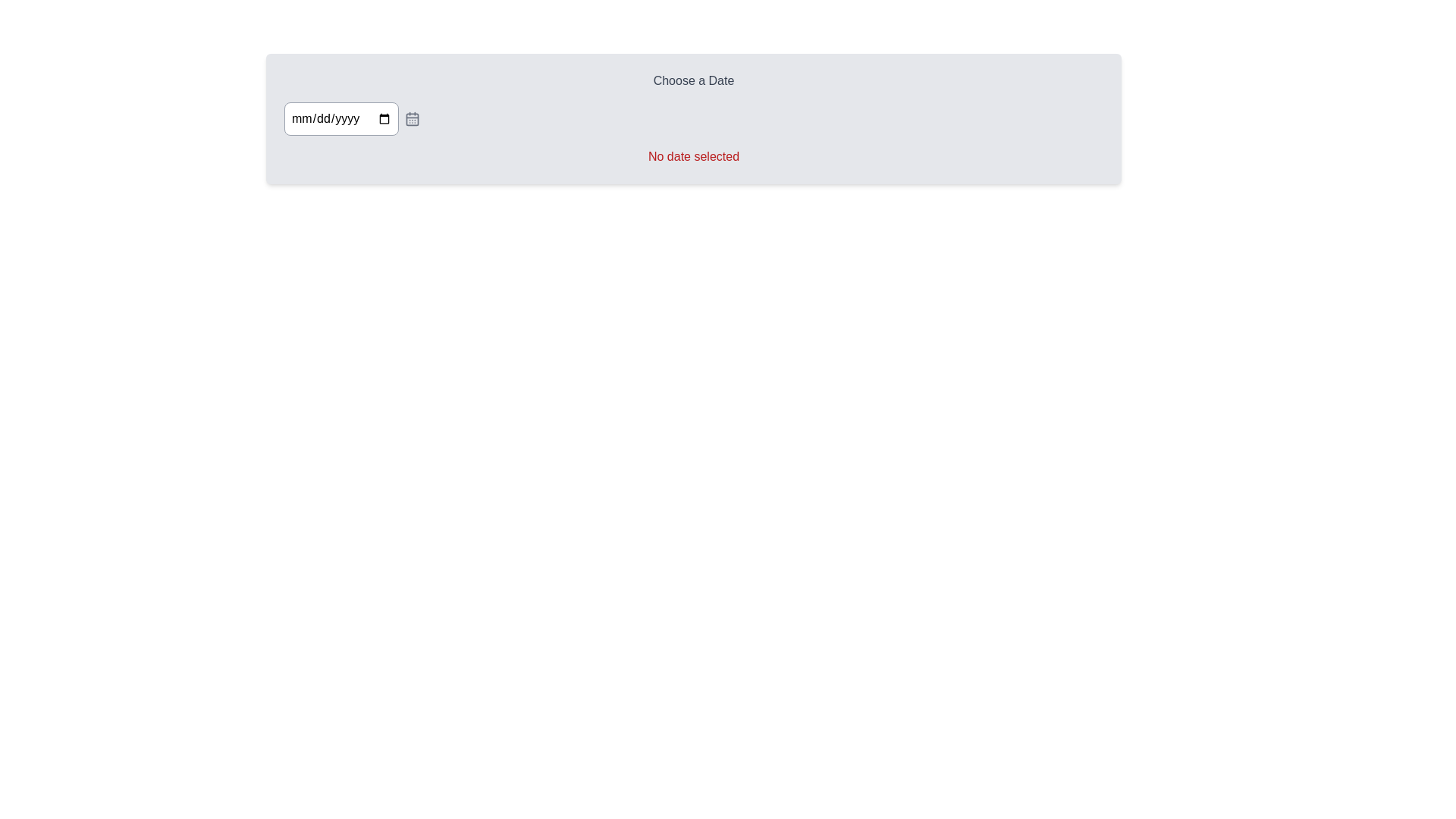 Image resolution: width=1456 pixels, height=819 pixels. Describe the element at coordinates (412, 118) in the screenshot. I see `the calendar icon, which is rectangular in shape and styled with currentColor, located immediately to the right of the date input field` at that location.